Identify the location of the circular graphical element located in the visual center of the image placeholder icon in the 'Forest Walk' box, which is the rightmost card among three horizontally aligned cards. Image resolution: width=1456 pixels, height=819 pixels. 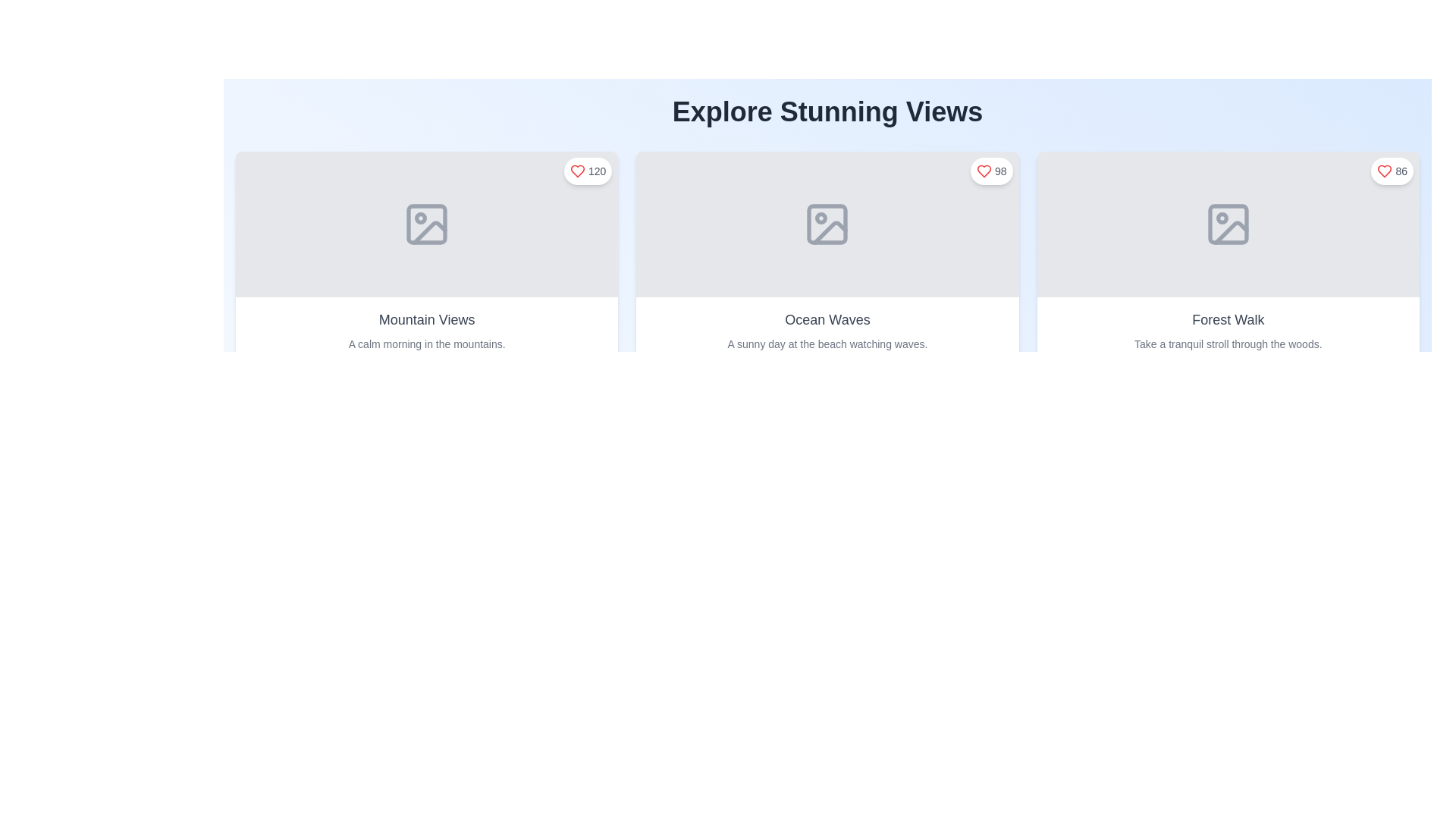
(1222, 218).